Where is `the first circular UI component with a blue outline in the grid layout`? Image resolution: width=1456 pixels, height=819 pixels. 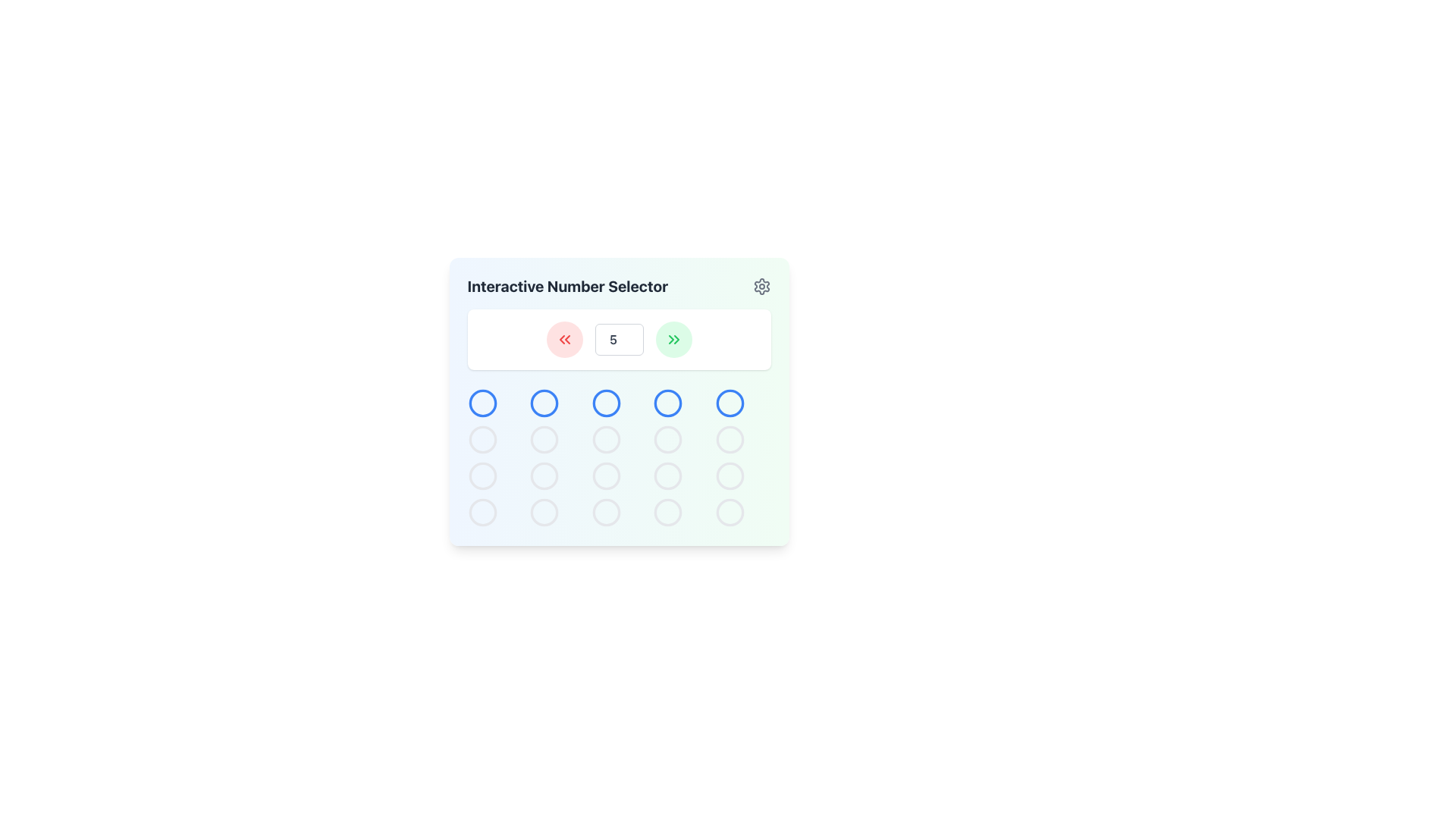 the first circular UI component with a blue outline in the grid layout is located at coordinates (482, 403).